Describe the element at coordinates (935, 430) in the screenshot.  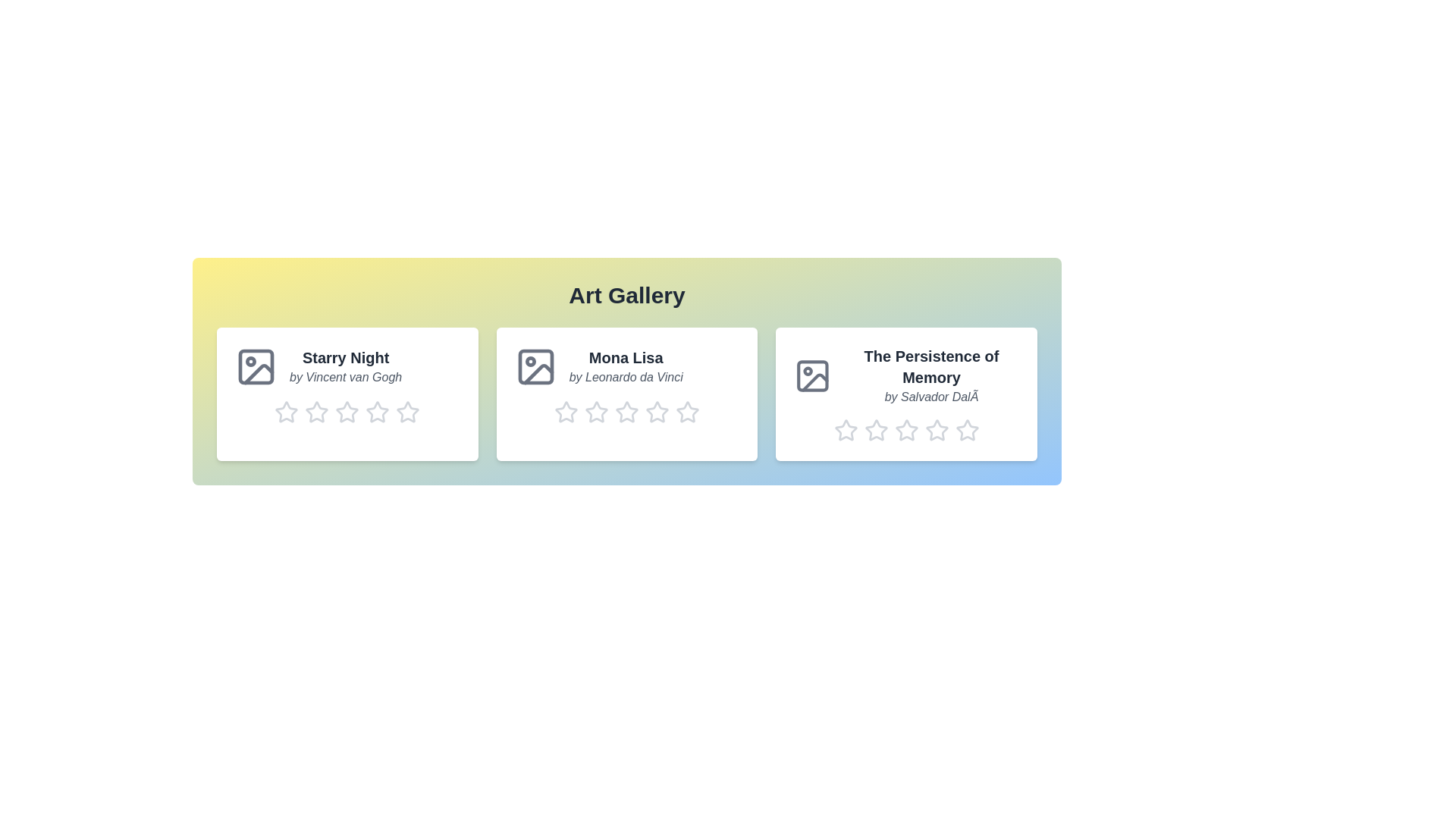
I see `the rating for the artwork 'The Persistence of Memory' to 4 stars` at that location.